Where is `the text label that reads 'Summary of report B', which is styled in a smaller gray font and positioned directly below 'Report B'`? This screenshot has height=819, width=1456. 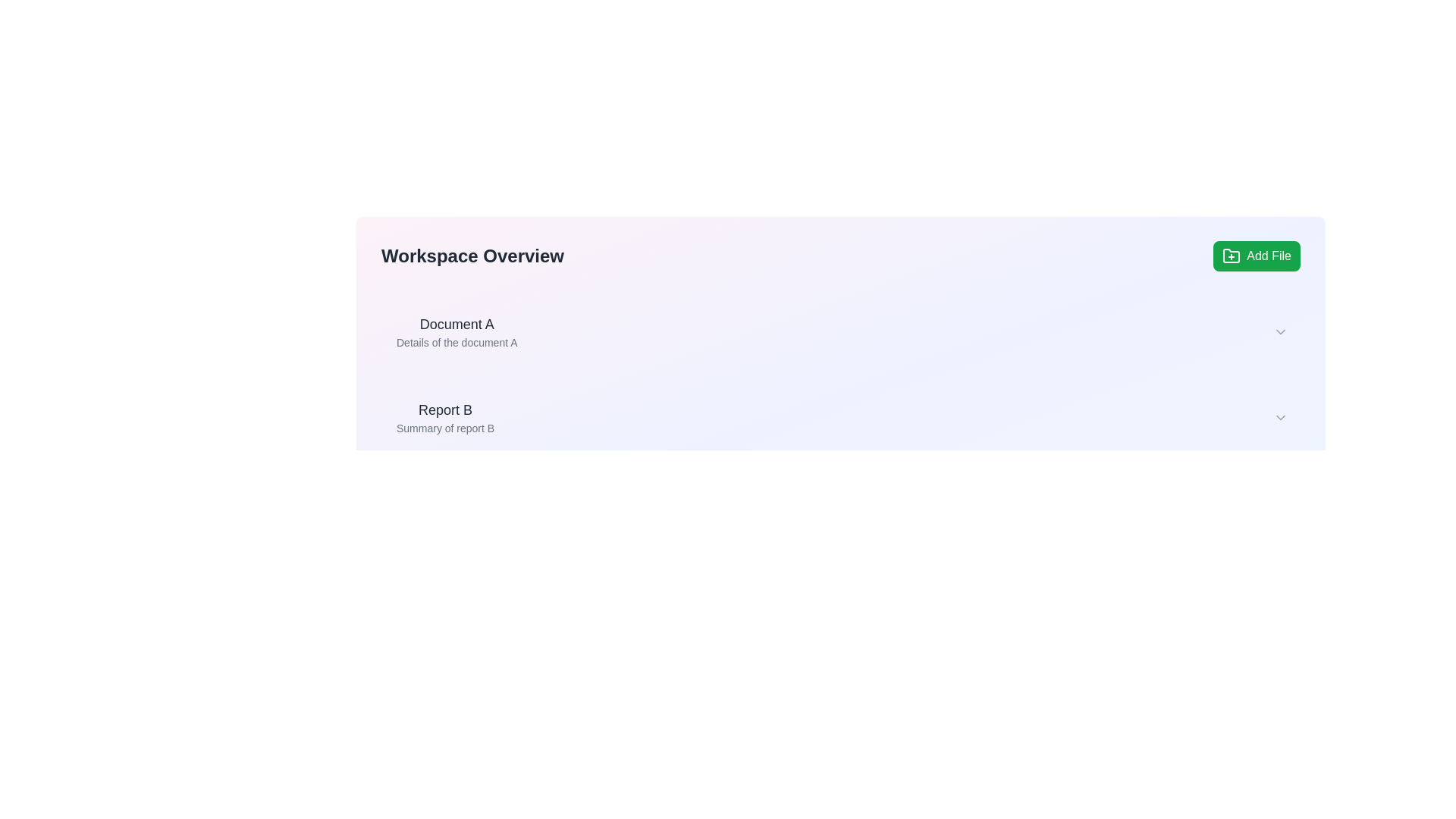
the text label that reads 'Summary of report B', which is styled in a smaller gray font and positioned directly below 'Report B' is located at coordinates (444, 428).